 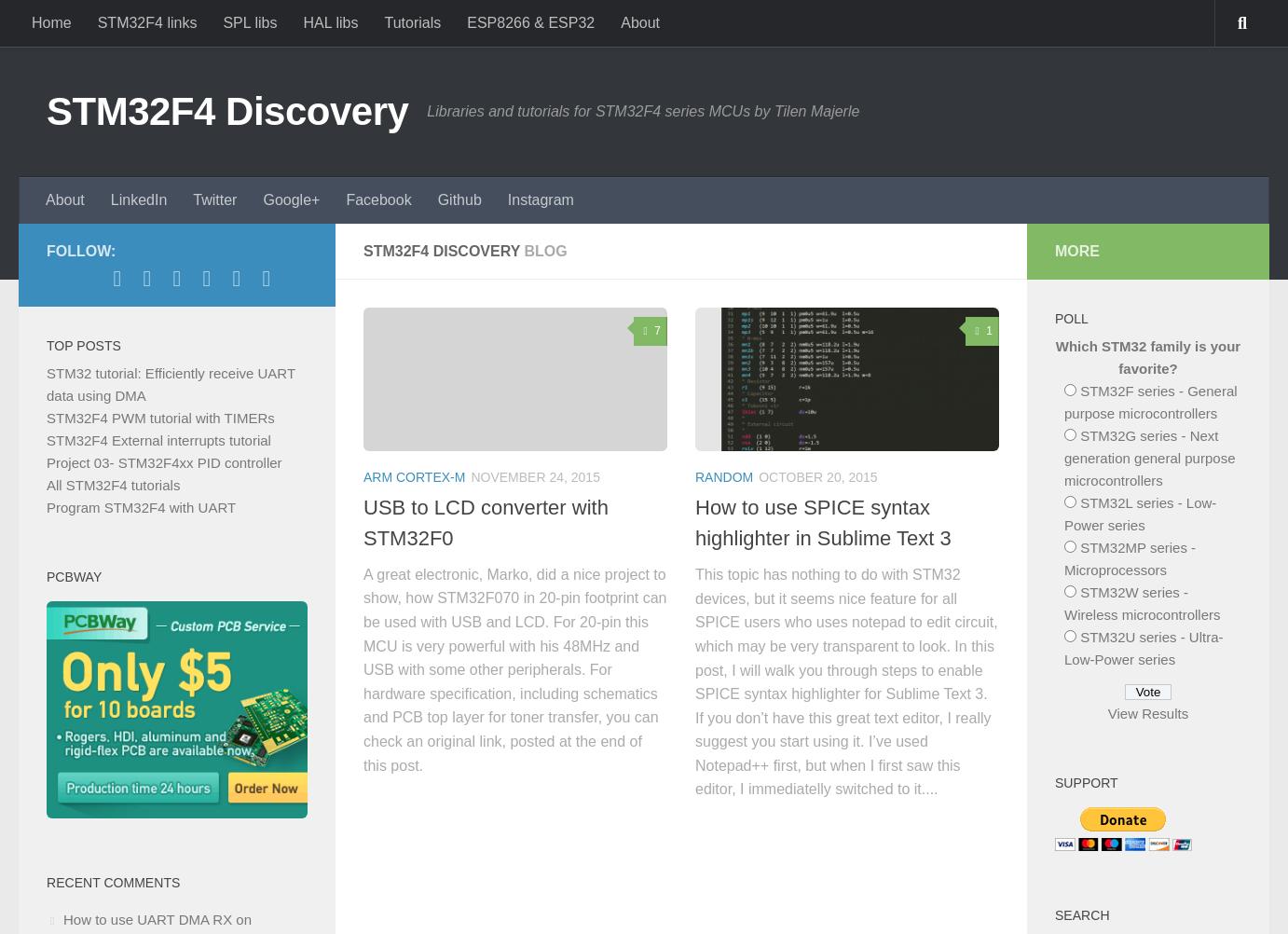 I want to click on 'View Results', so click(x=1147, y=712).